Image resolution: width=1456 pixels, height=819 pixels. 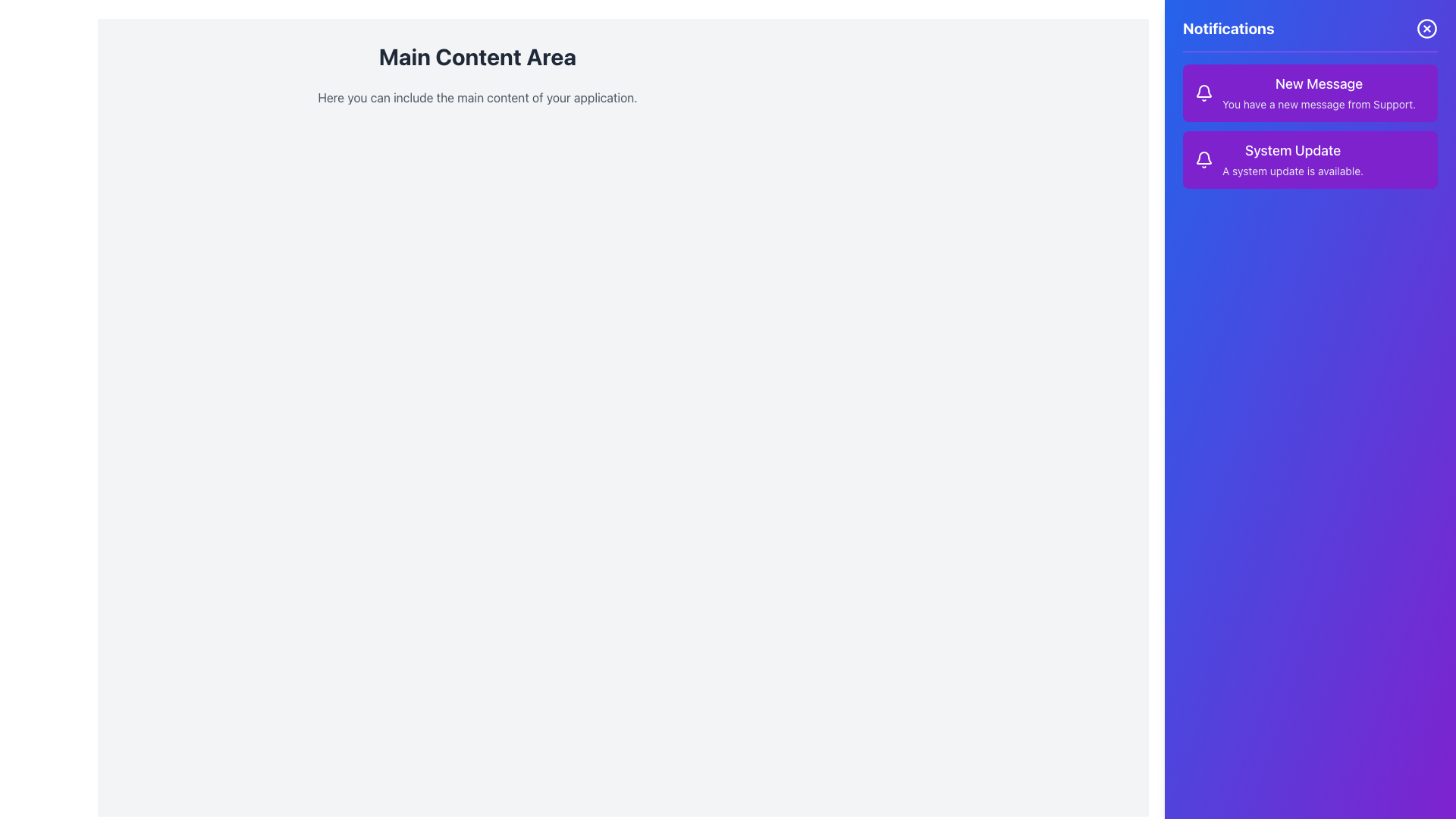 What do you see at coordinates (1203, 158) in the screenshot?
I see `the bell-shaped notification icon located at the top section of the notification sidebar` at bounding box center [1203, 158].